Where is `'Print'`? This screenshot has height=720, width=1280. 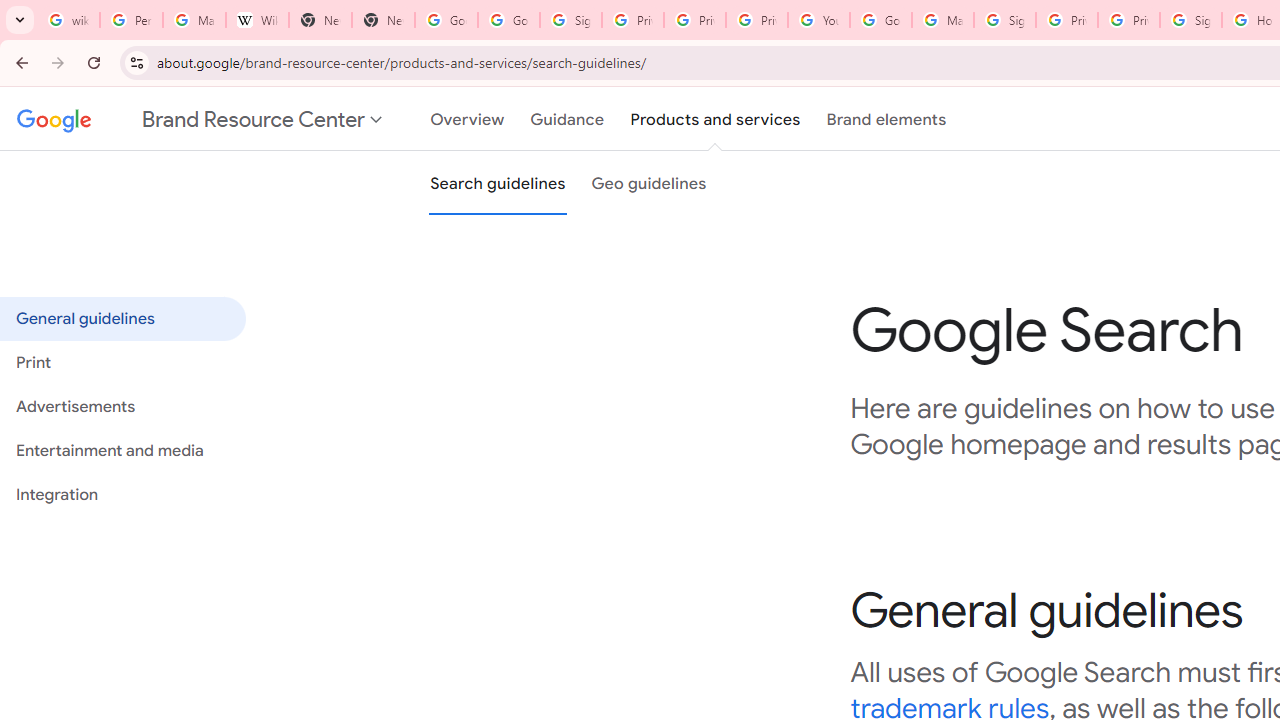 'Print' is located at coordinates (121, 363).